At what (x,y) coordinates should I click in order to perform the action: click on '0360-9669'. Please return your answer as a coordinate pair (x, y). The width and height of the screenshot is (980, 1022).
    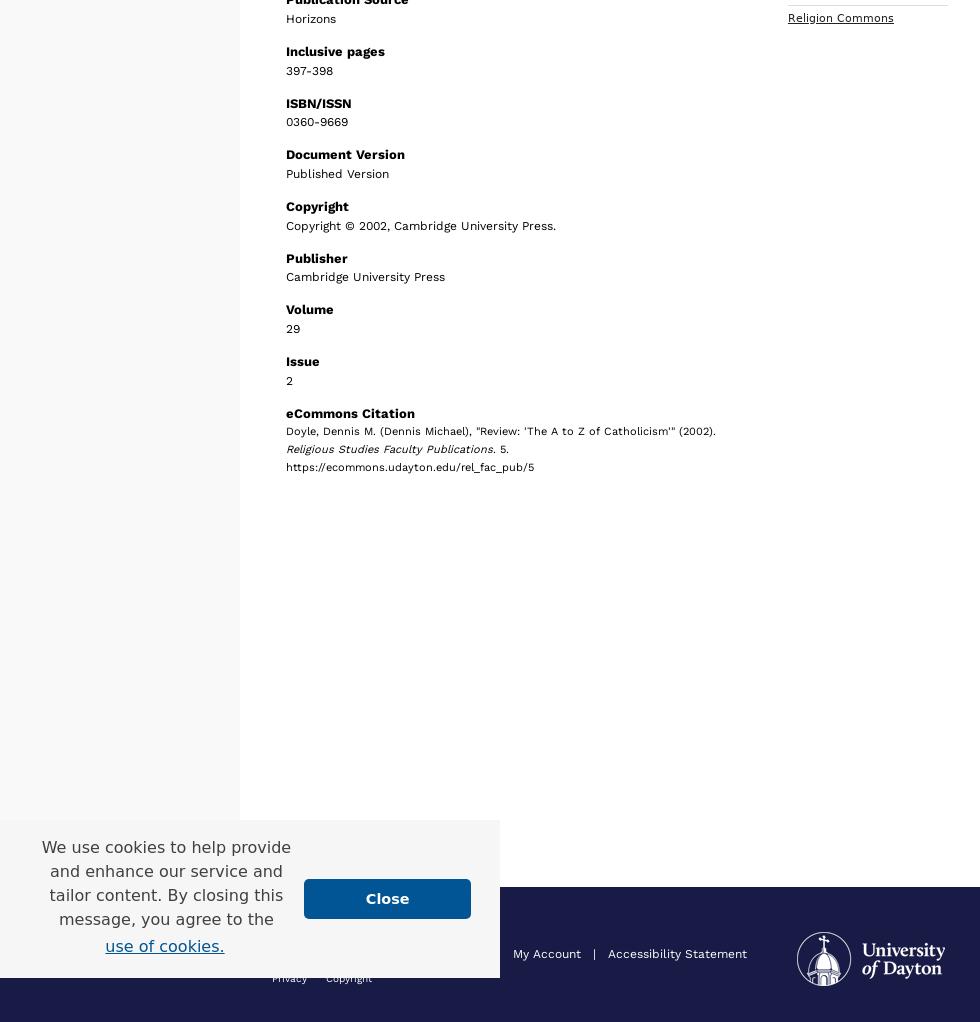
    Looking at the image, I should click on (317, 122).